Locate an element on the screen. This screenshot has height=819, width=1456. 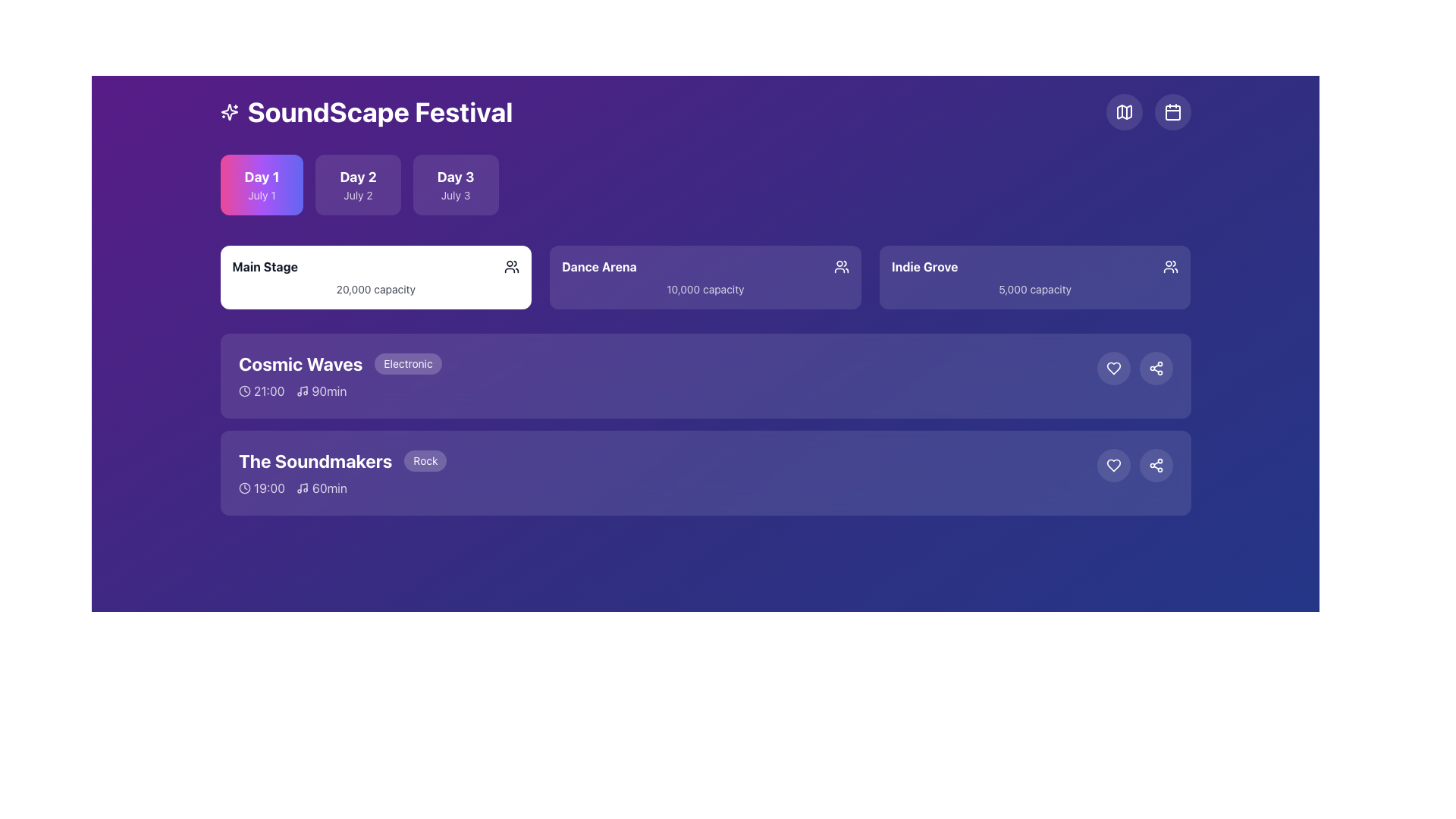
the icon representing group or users in the 'Indie Grove' section is located at coordinates (1170, 265).